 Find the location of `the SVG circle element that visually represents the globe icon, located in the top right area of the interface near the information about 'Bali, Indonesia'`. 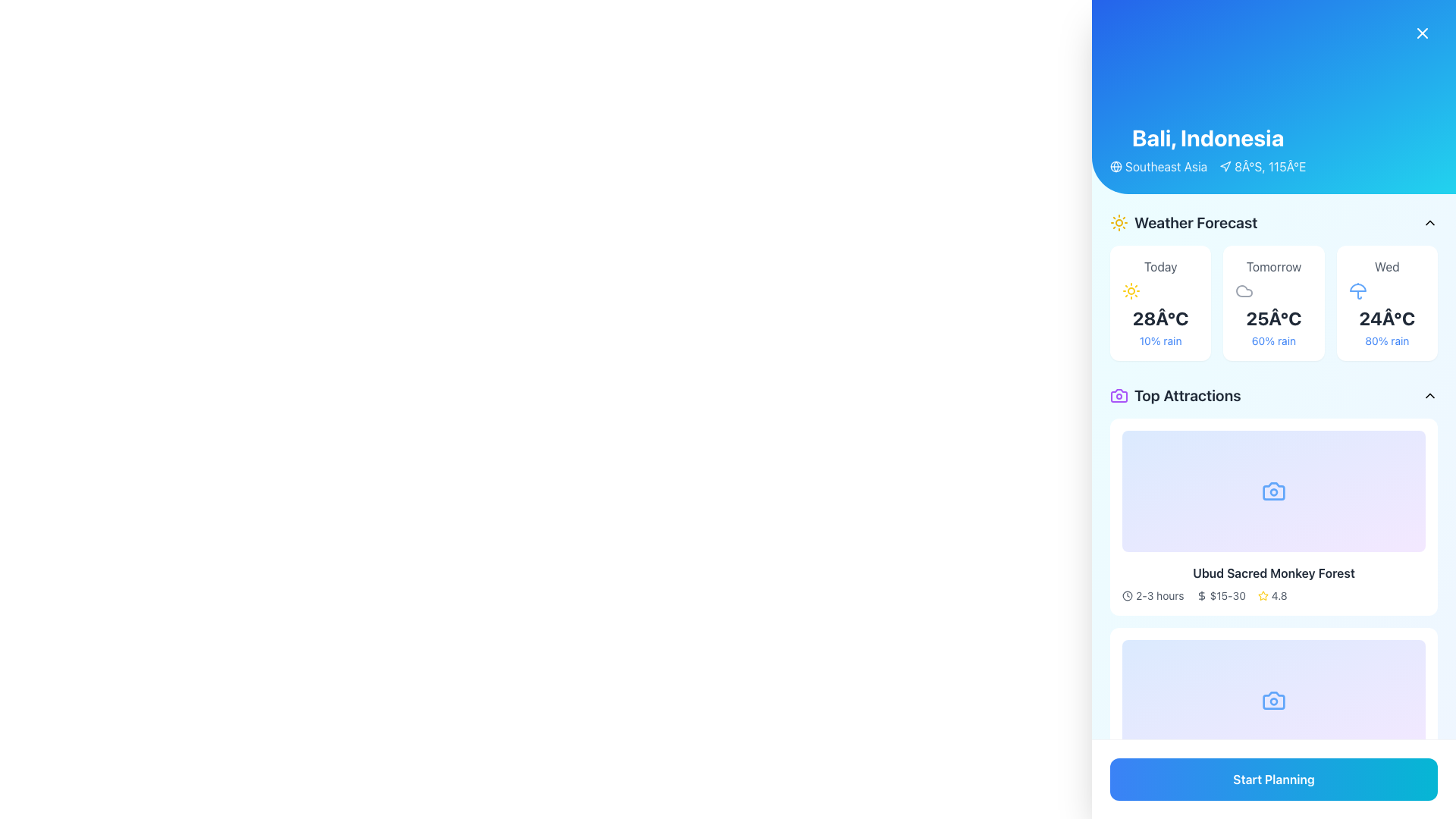

the SVG circle element that visually represents the globe icon, located in the top right area of the interface near the information about 'Bali, Indonesia' is located at coordinates (1116, 166).